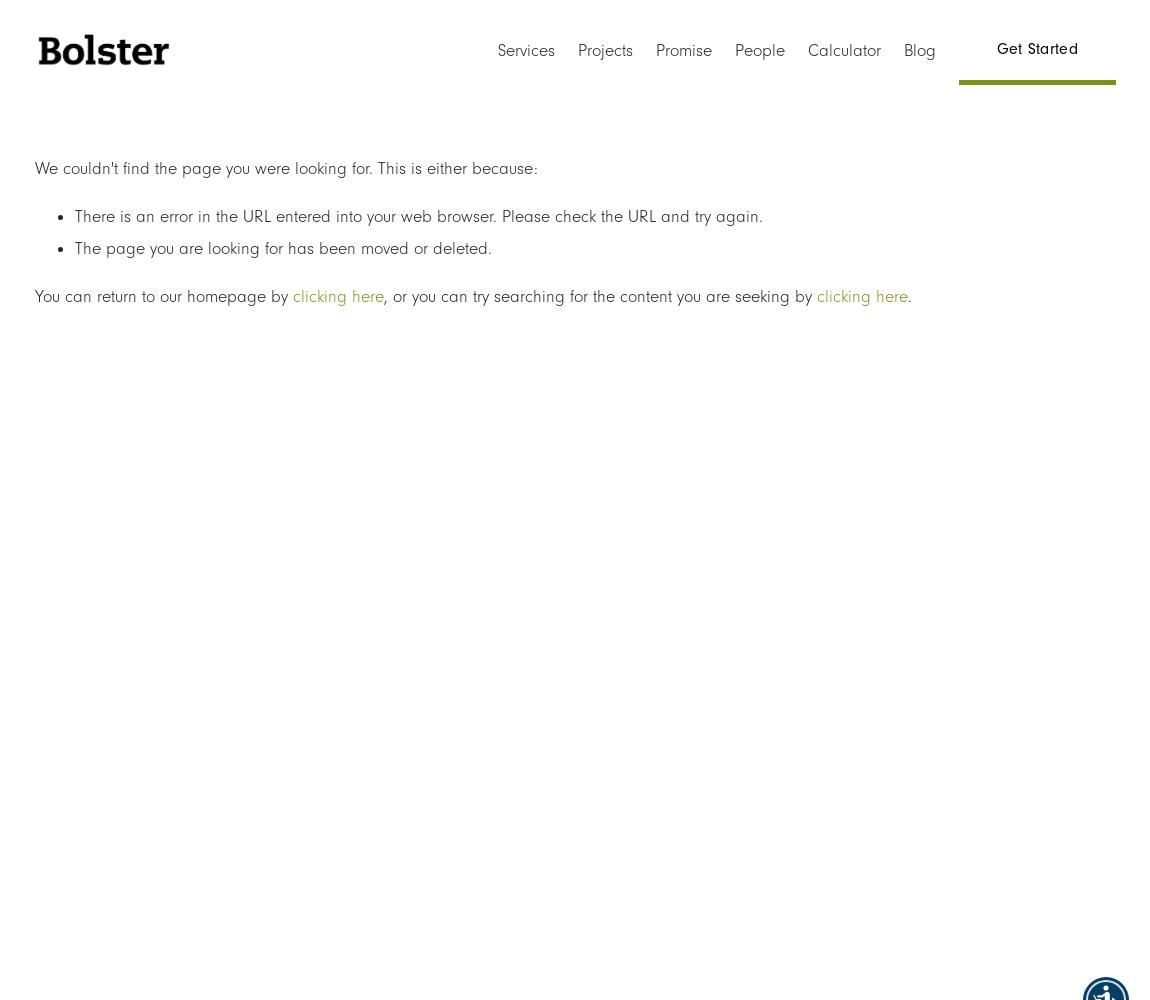 This screenshot has height=1000, width=1150. What do you see at coordinates (843, 50) in the screenshot?
I see `'Calculator'` at bounding box center [843, 50].